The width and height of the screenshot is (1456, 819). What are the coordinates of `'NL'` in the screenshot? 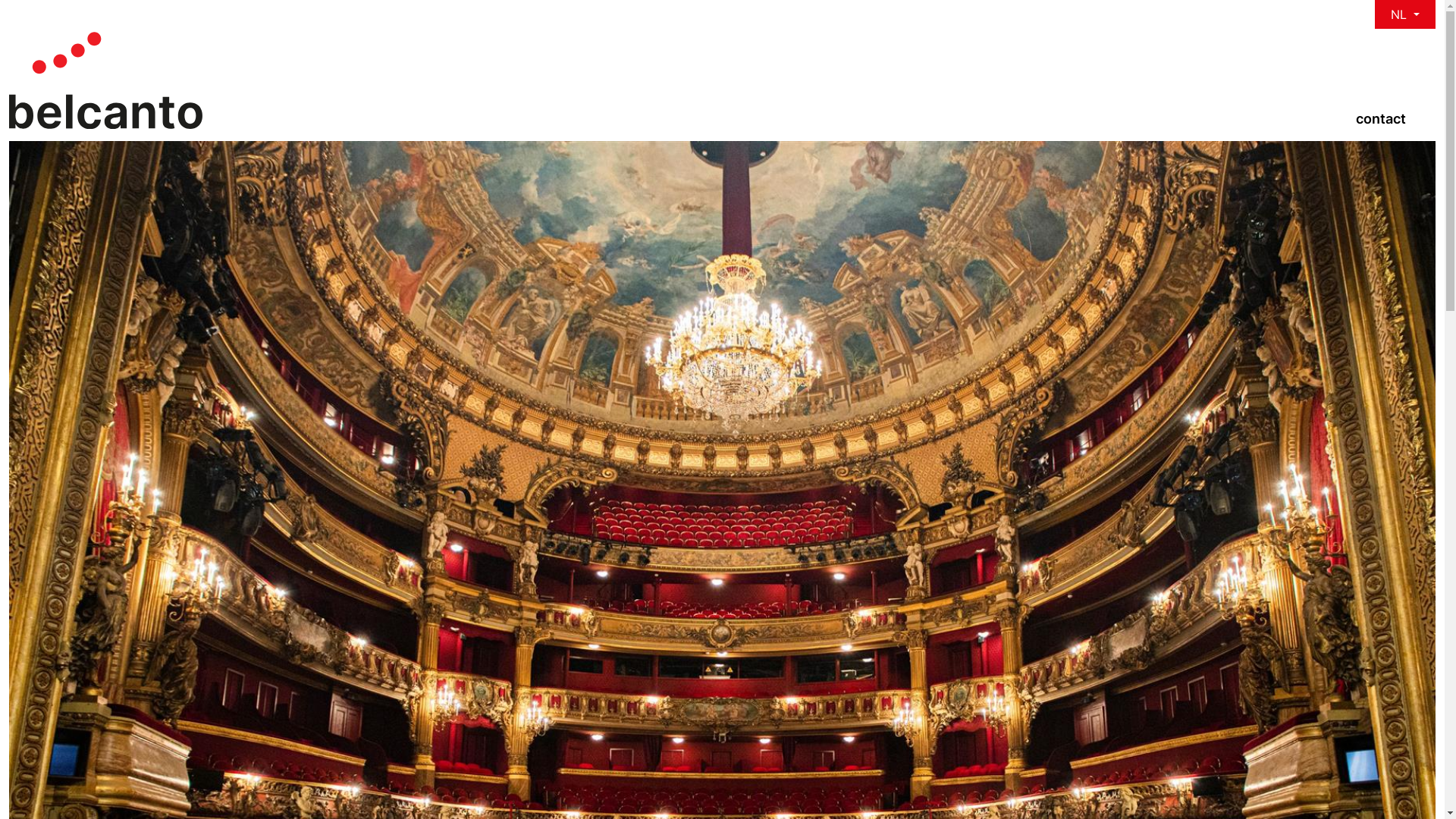 It's located at (1404, 14).